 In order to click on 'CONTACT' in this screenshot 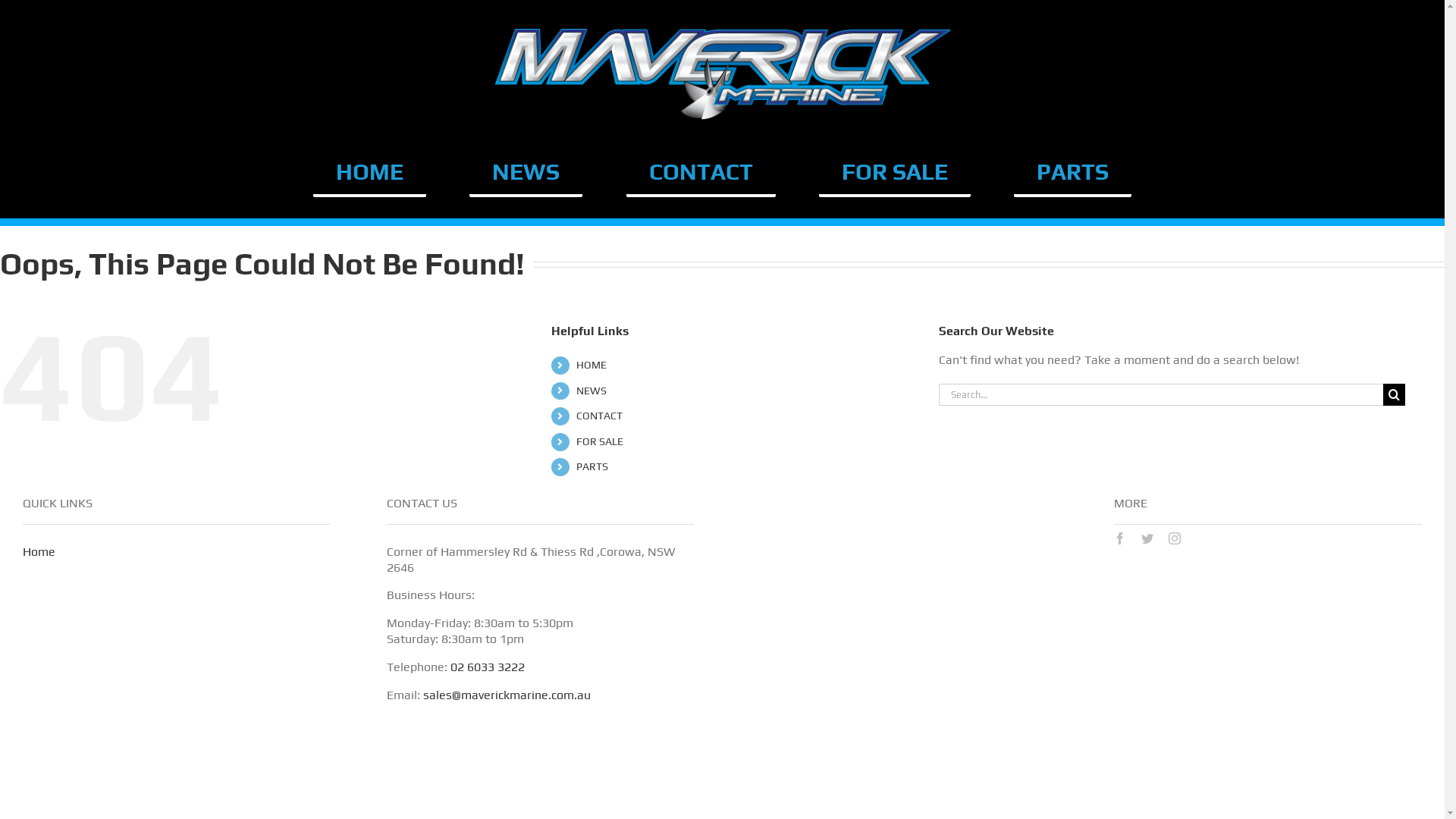, I will do `click(700, 172)`.